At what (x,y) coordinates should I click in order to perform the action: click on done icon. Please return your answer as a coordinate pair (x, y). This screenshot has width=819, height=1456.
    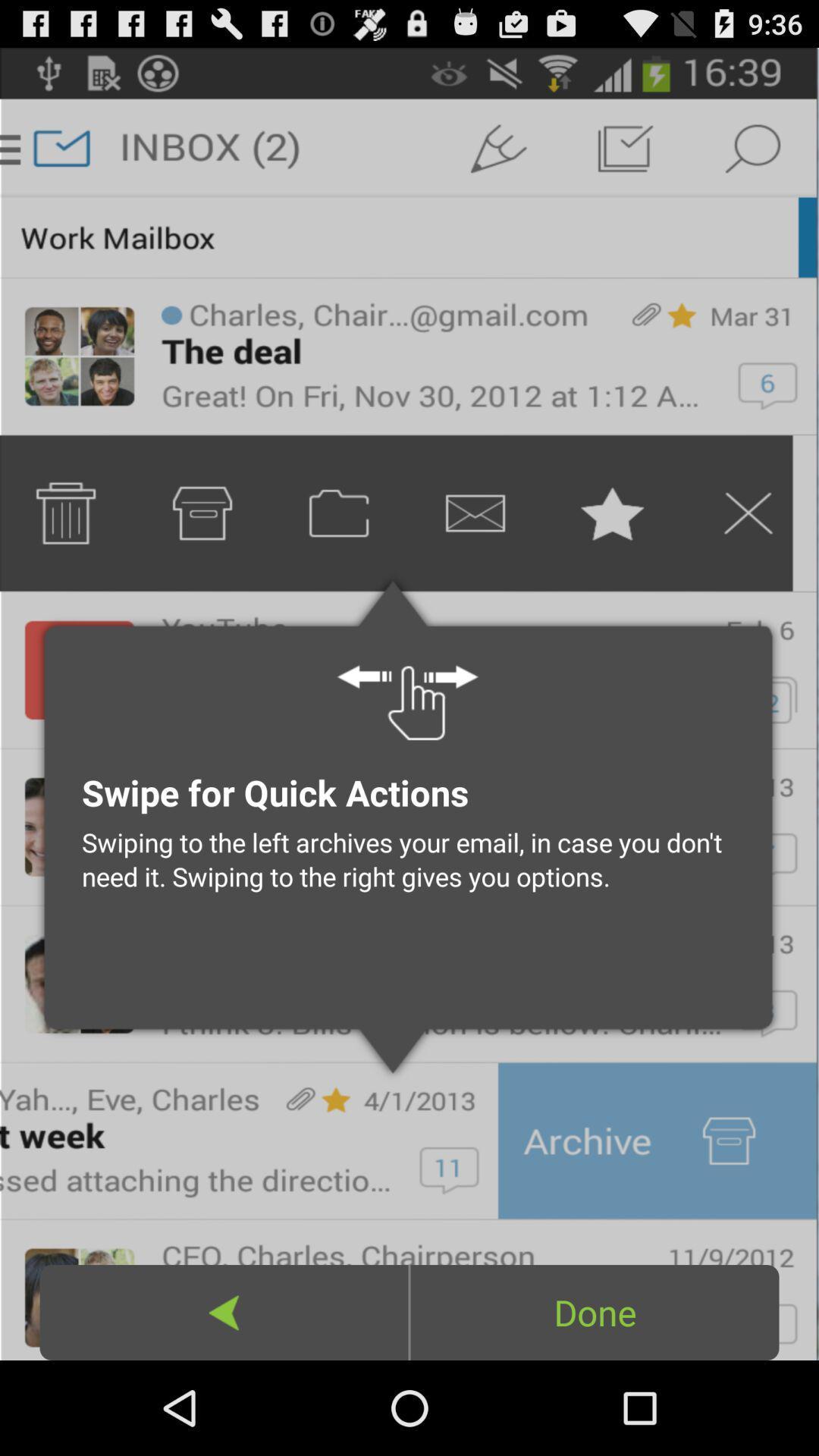
    Looking at the image, I should click on (594, 1312).